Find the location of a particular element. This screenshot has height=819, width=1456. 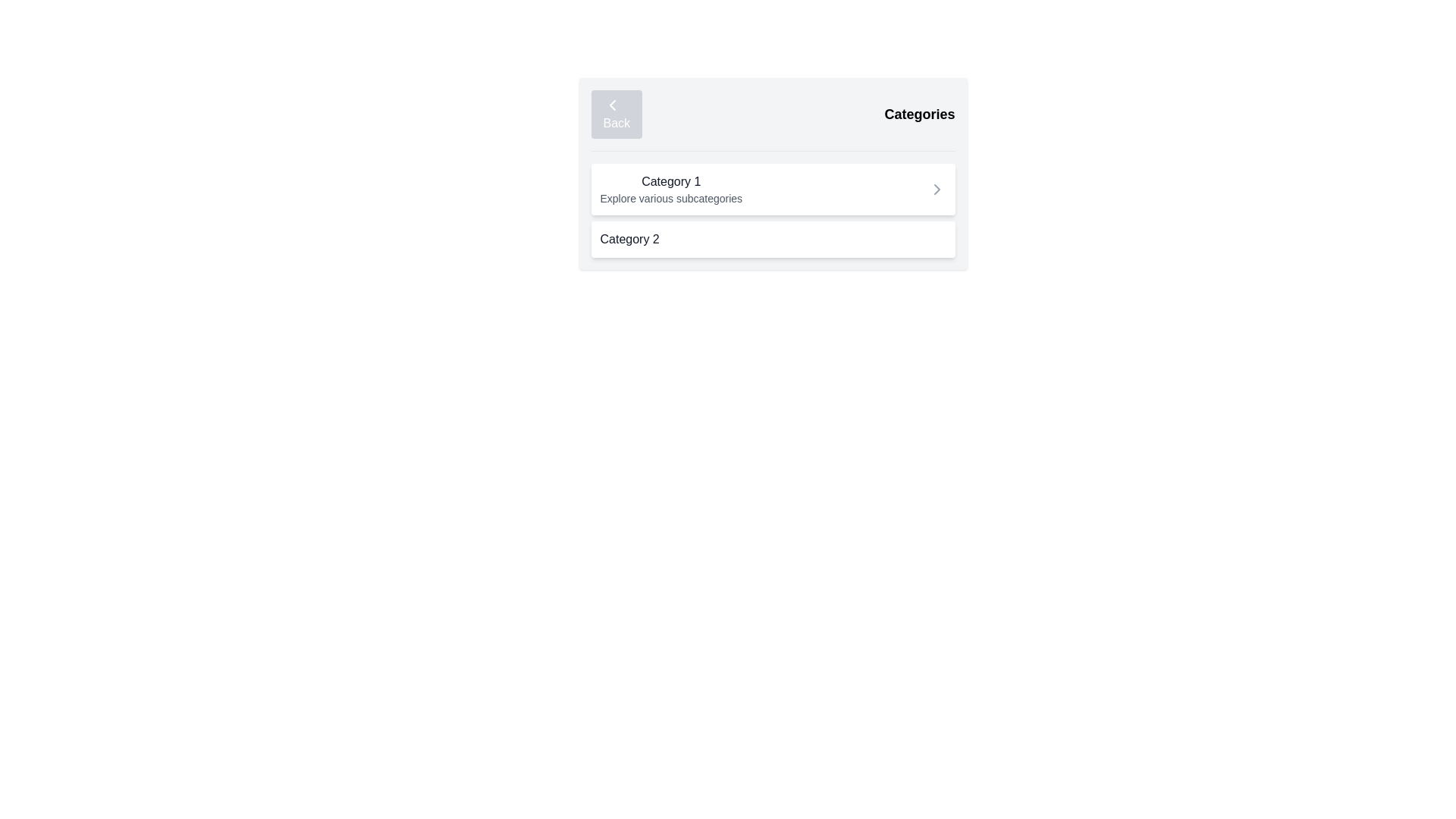

the list item titled 'Category 1' with the subtitle 'Explore various subcategories', which is located in the central area of the interface is located at coordinates (670, 189).